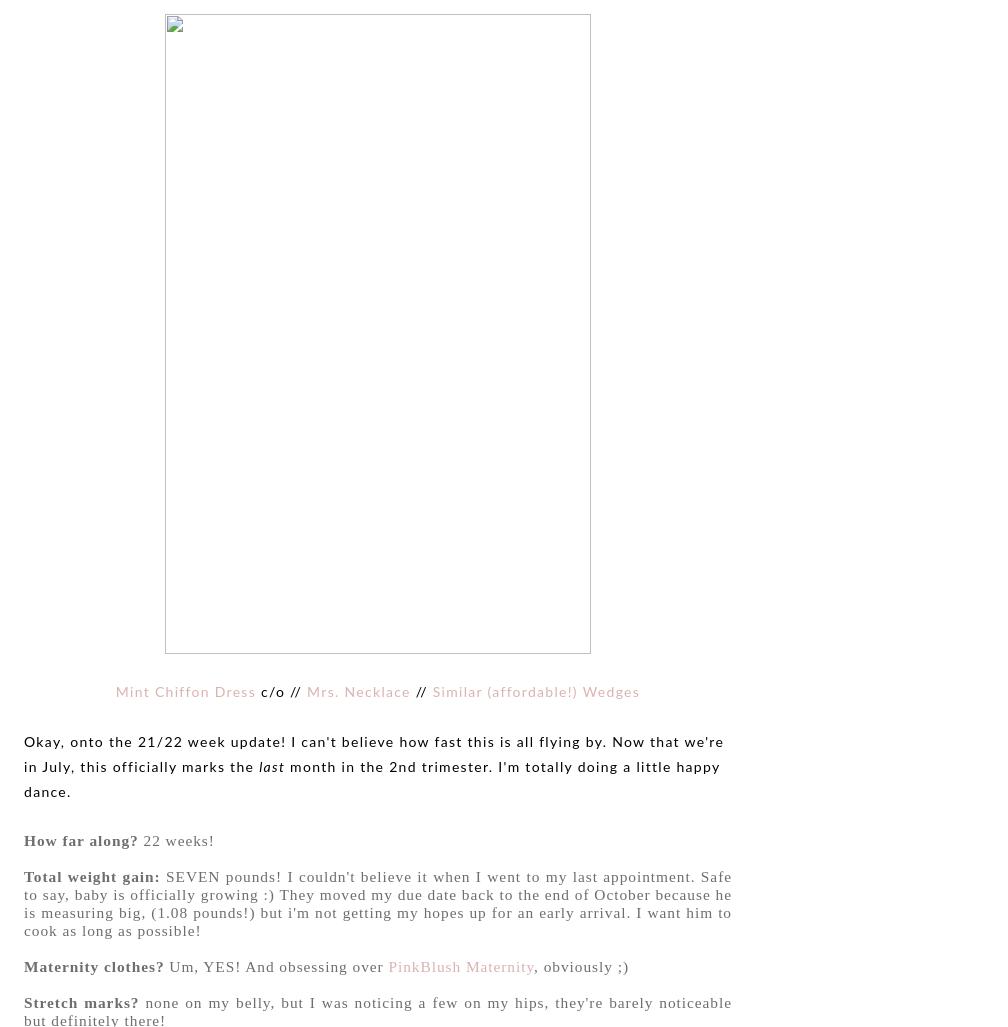 The height and width of the screenshot is (1027, 1008). Describe the element at coordinates (81, 1000) in the screenshot. I see `'Stretch marks?'` at that location.